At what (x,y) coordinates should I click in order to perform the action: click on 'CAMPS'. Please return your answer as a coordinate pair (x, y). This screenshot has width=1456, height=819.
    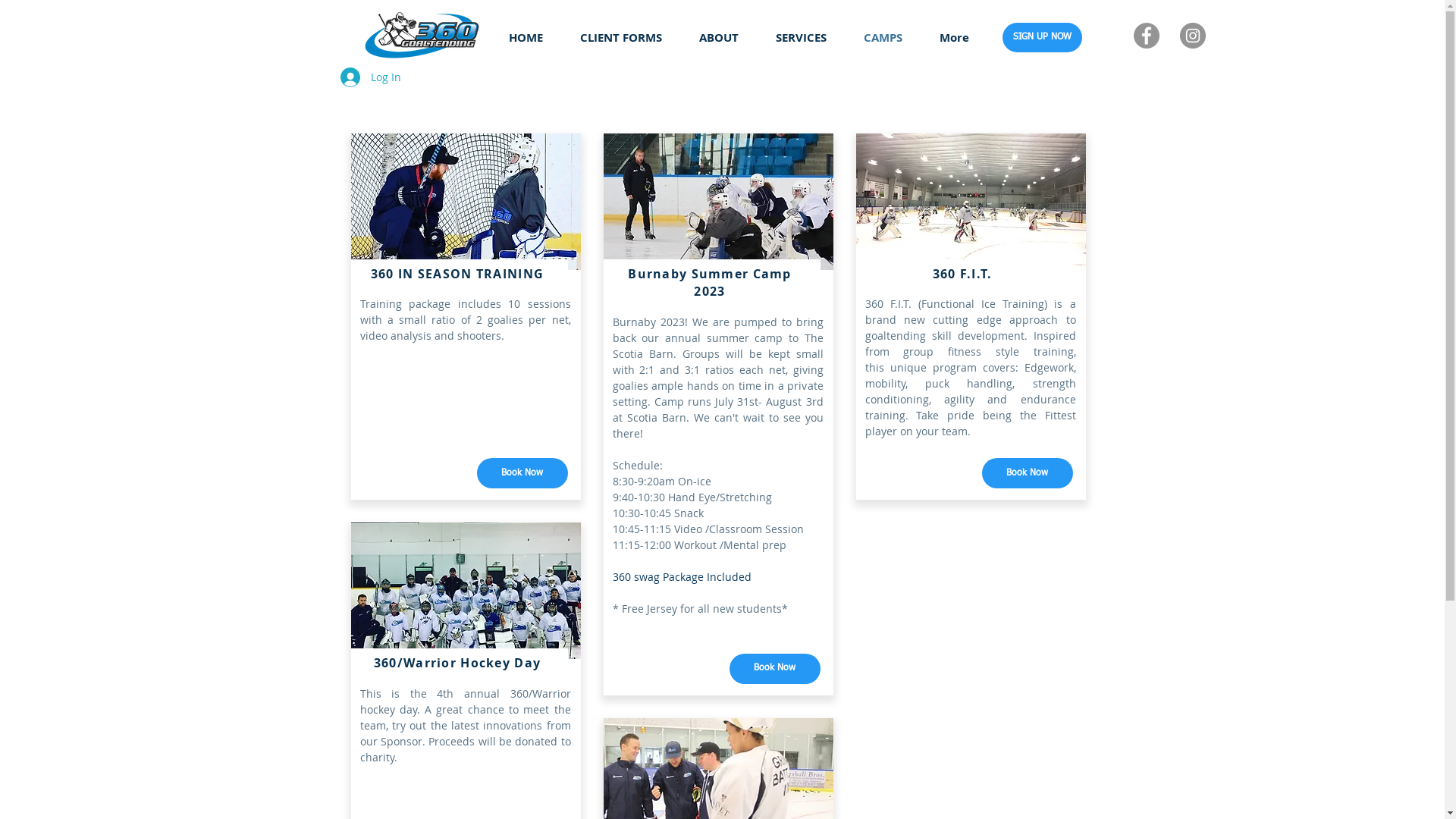
    Looking at the image, I should click on (843, 36).